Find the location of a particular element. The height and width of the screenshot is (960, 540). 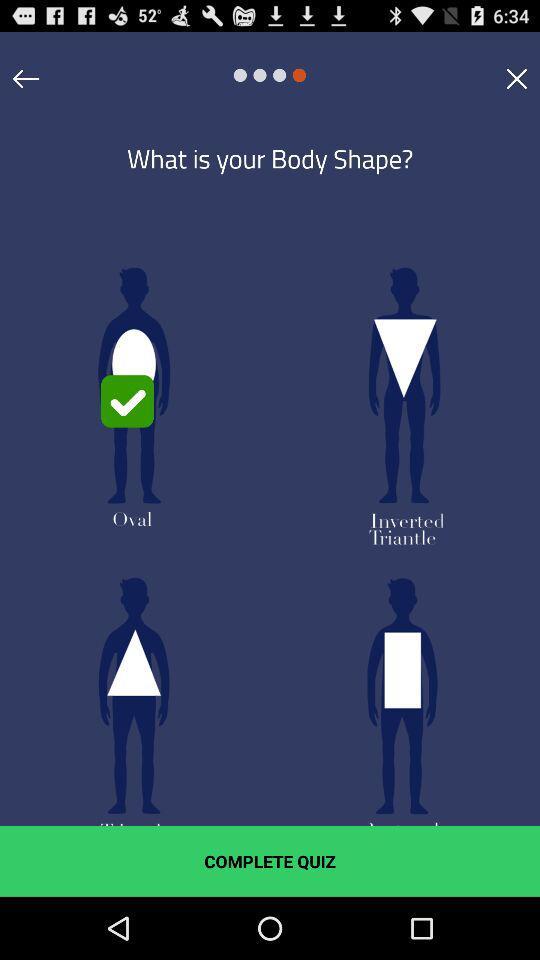

complete quiz item is located at coordinates (270, 860).